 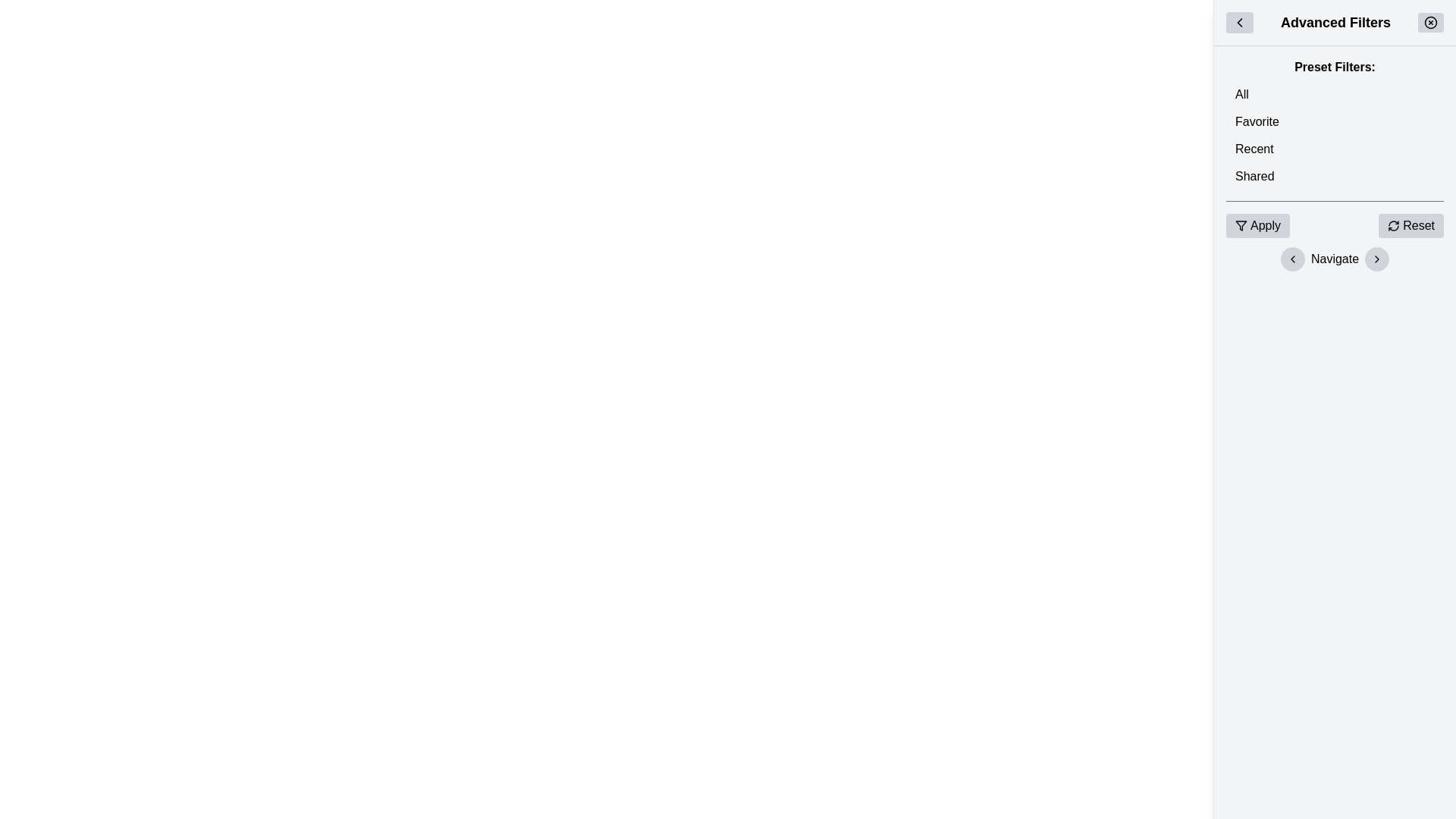 I want to click on the filter icon located to the left of the 'Apply' button, which indicates the presence of a filter option, so click(x=1241, y=225).